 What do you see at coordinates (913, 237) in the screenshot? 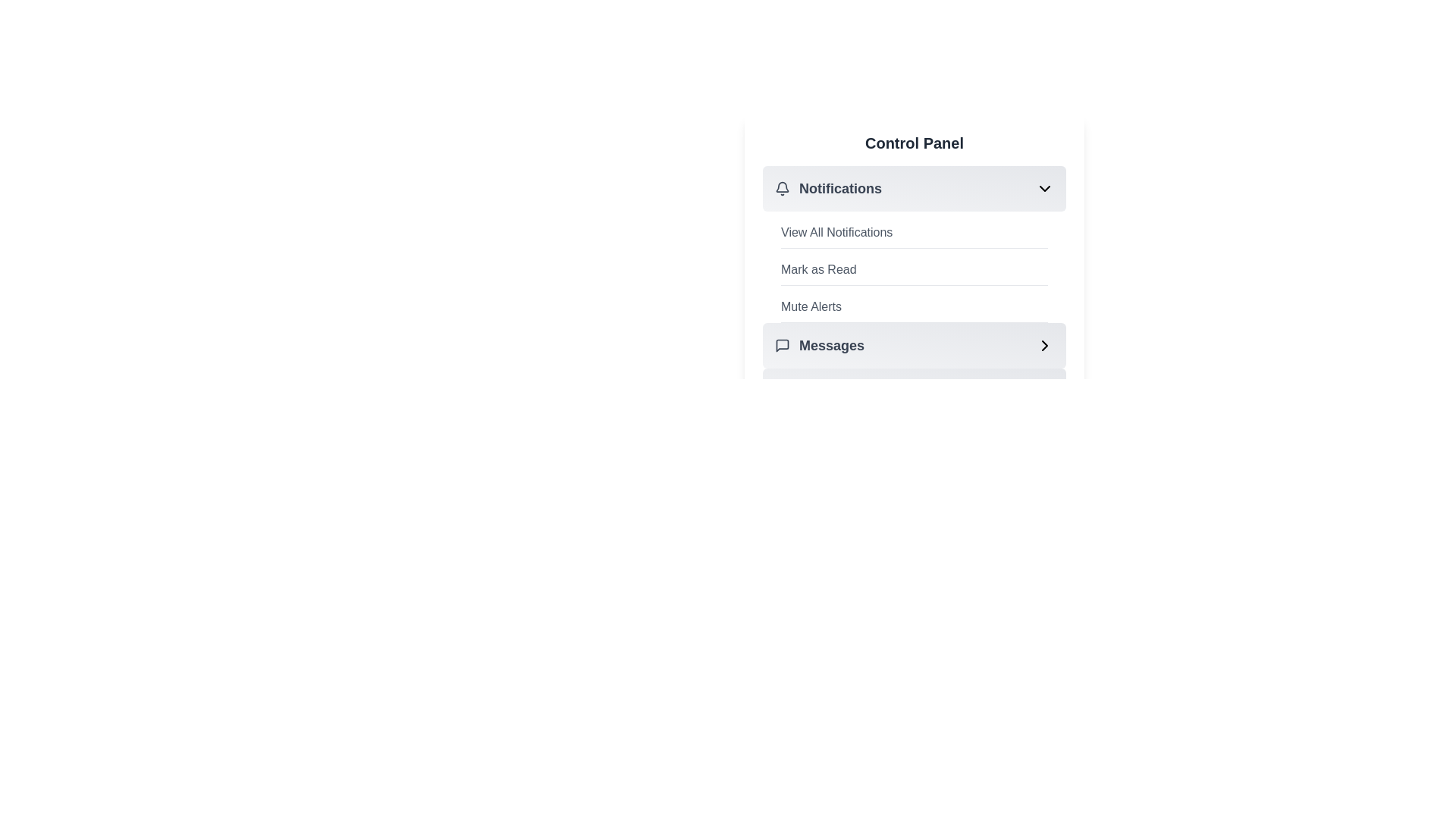
I see `the 'View All Notifications' option from the collapsible notifications panel, which is the first main panel containing navigation links` at bounding box center [913, 237].